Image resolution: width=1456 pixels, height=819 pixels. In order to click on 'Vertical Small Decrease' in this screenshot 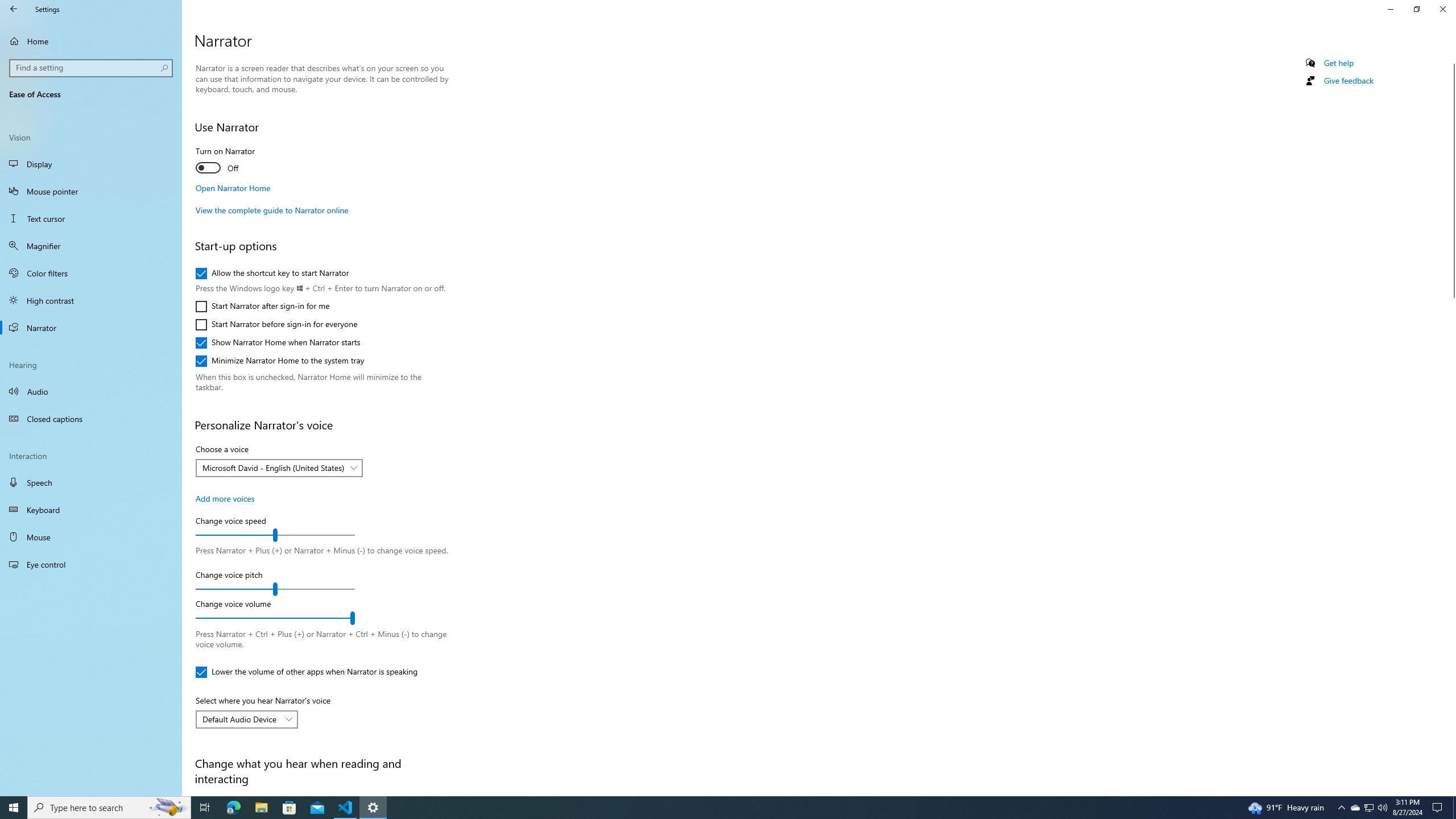, I will do `click(1451, 59)`.